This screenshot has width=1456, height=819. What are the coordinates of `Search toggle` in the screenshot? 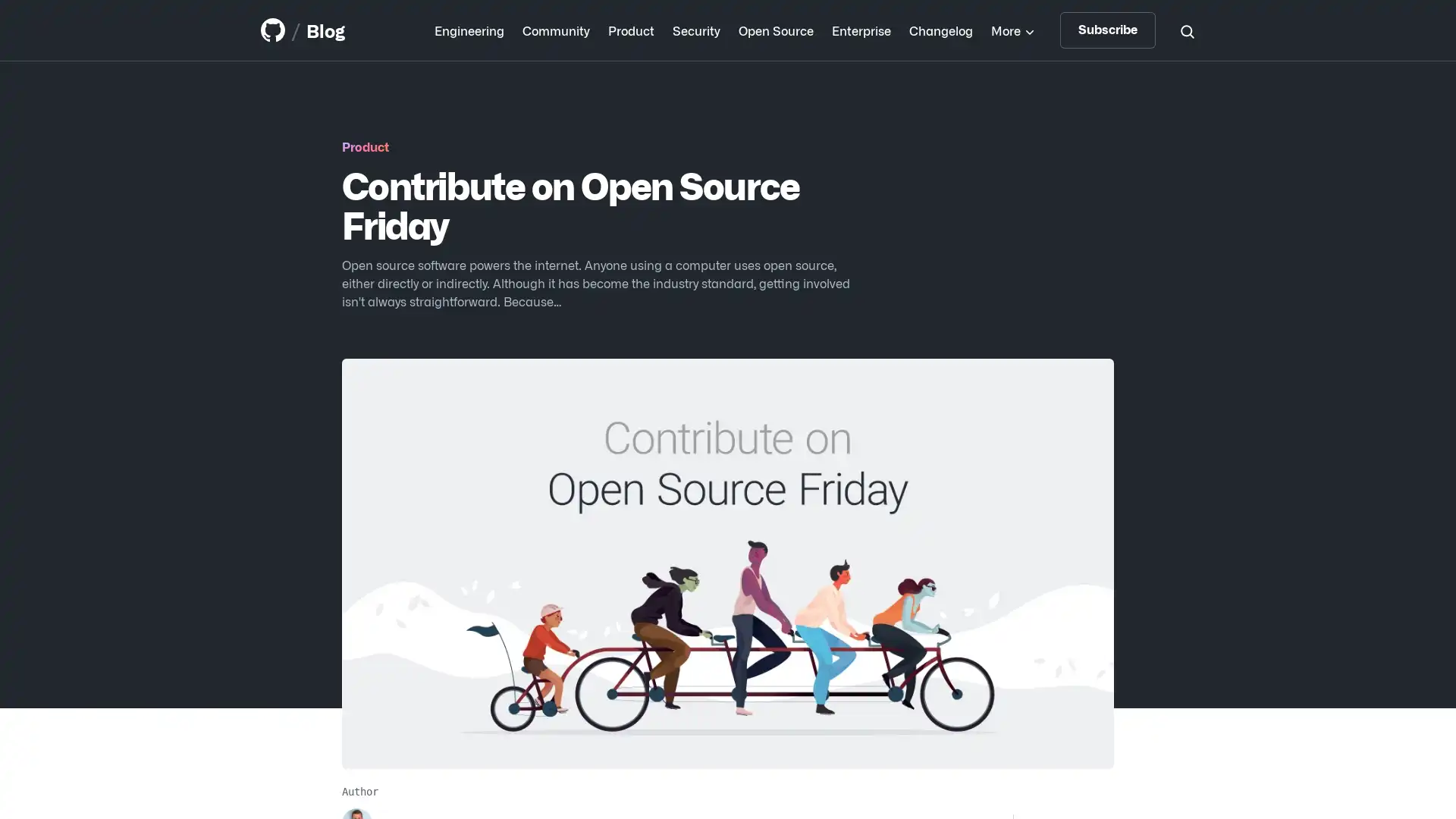 It's located at (1186, 29).